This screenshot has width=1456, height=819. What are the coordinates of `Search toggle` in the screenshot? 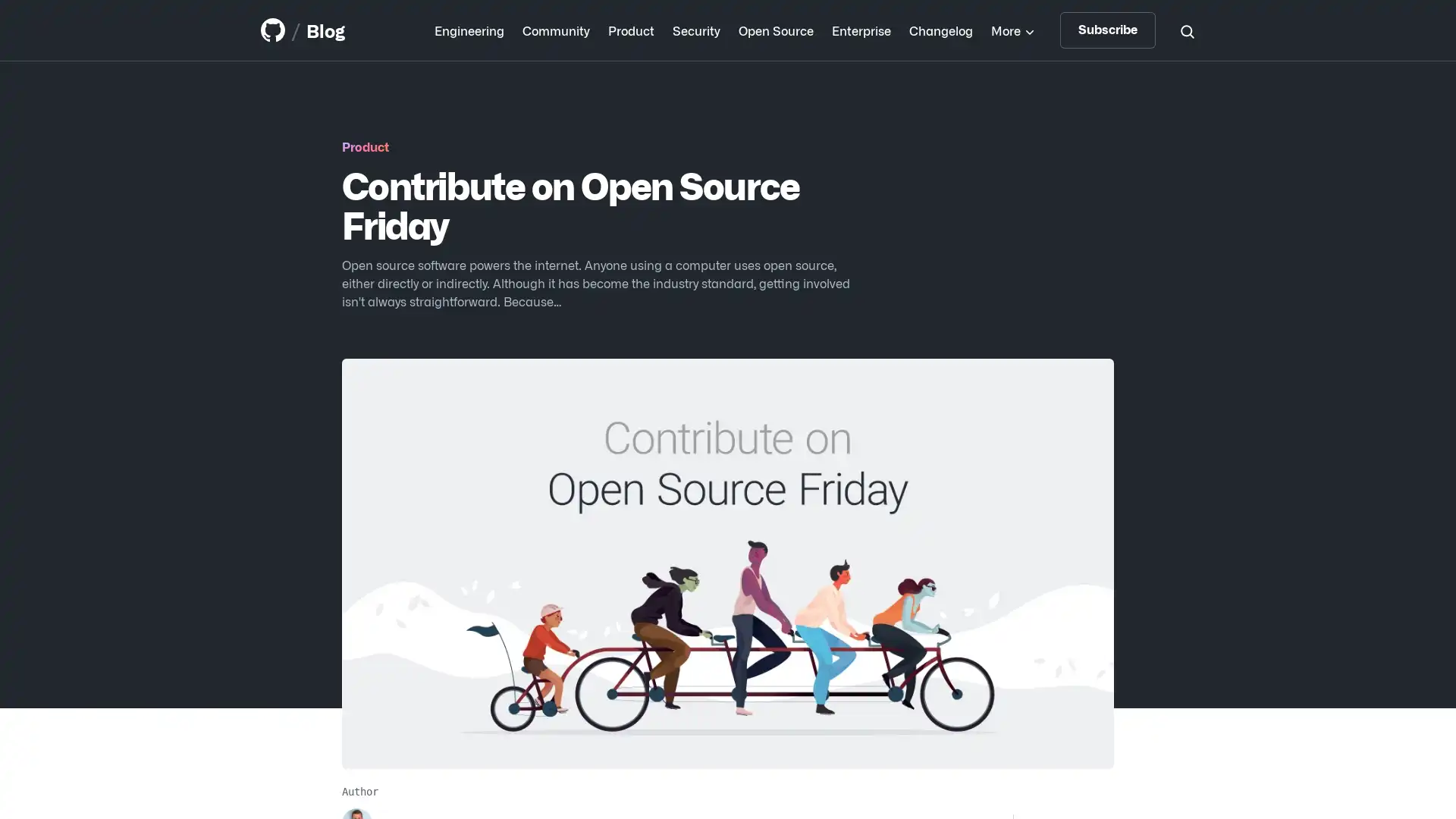 It's located at (1186, 29).